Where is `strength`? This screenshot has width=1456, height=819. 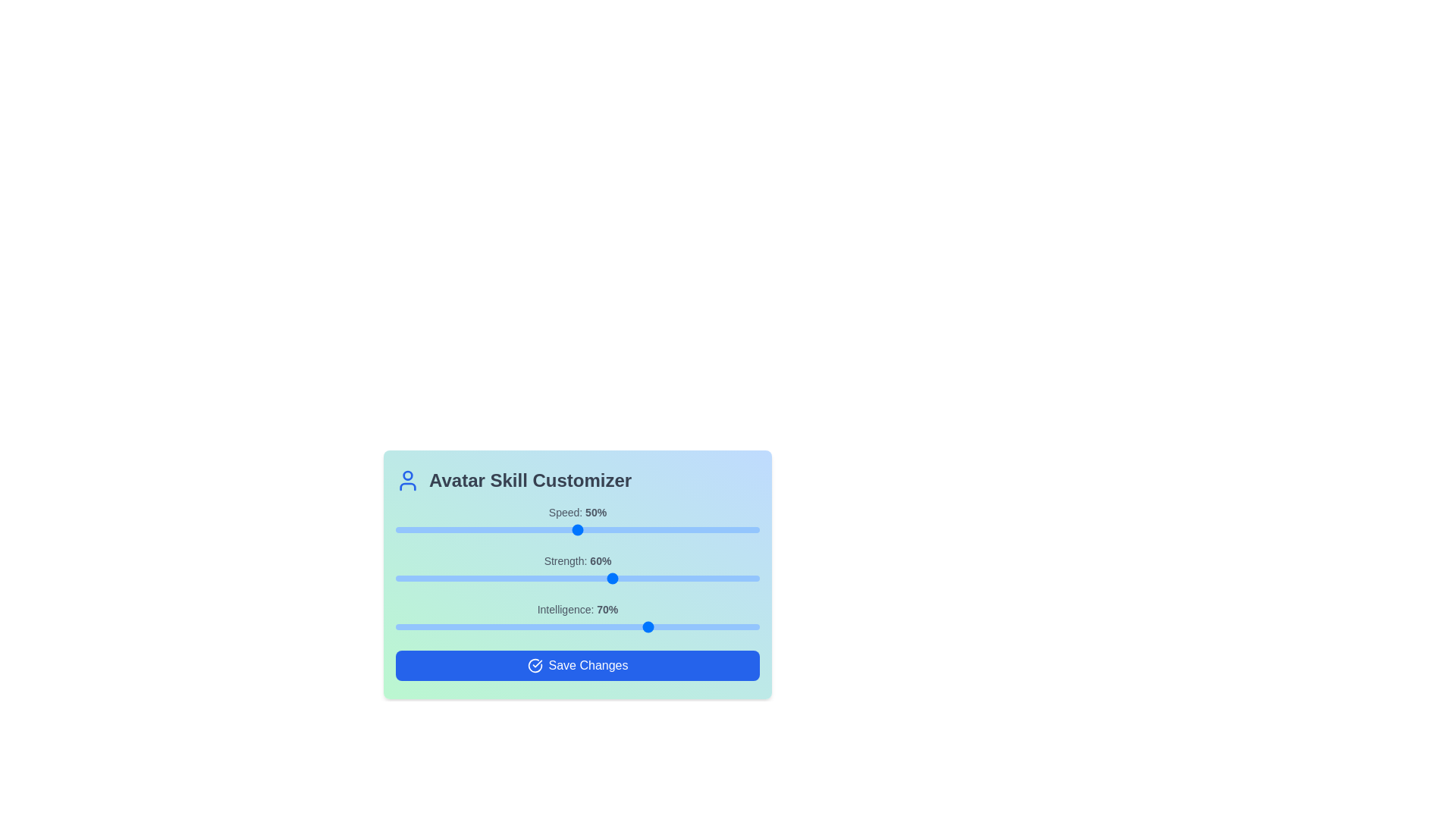 strength is located at coordinates (704, 579).